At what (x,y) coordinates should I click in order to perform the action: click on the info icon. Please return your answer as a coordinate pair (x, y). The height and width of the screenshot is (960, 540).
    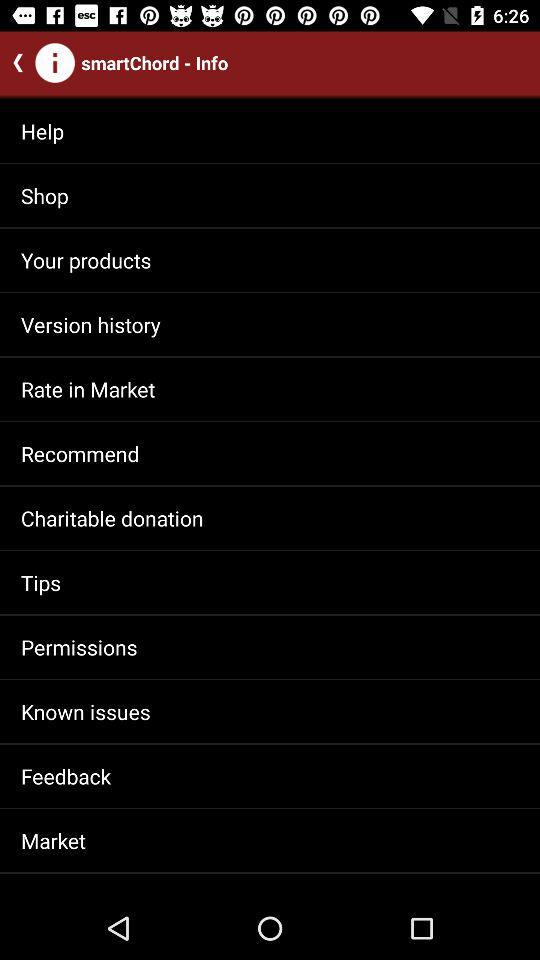
    Looking at the image, I should click on (55, 62).